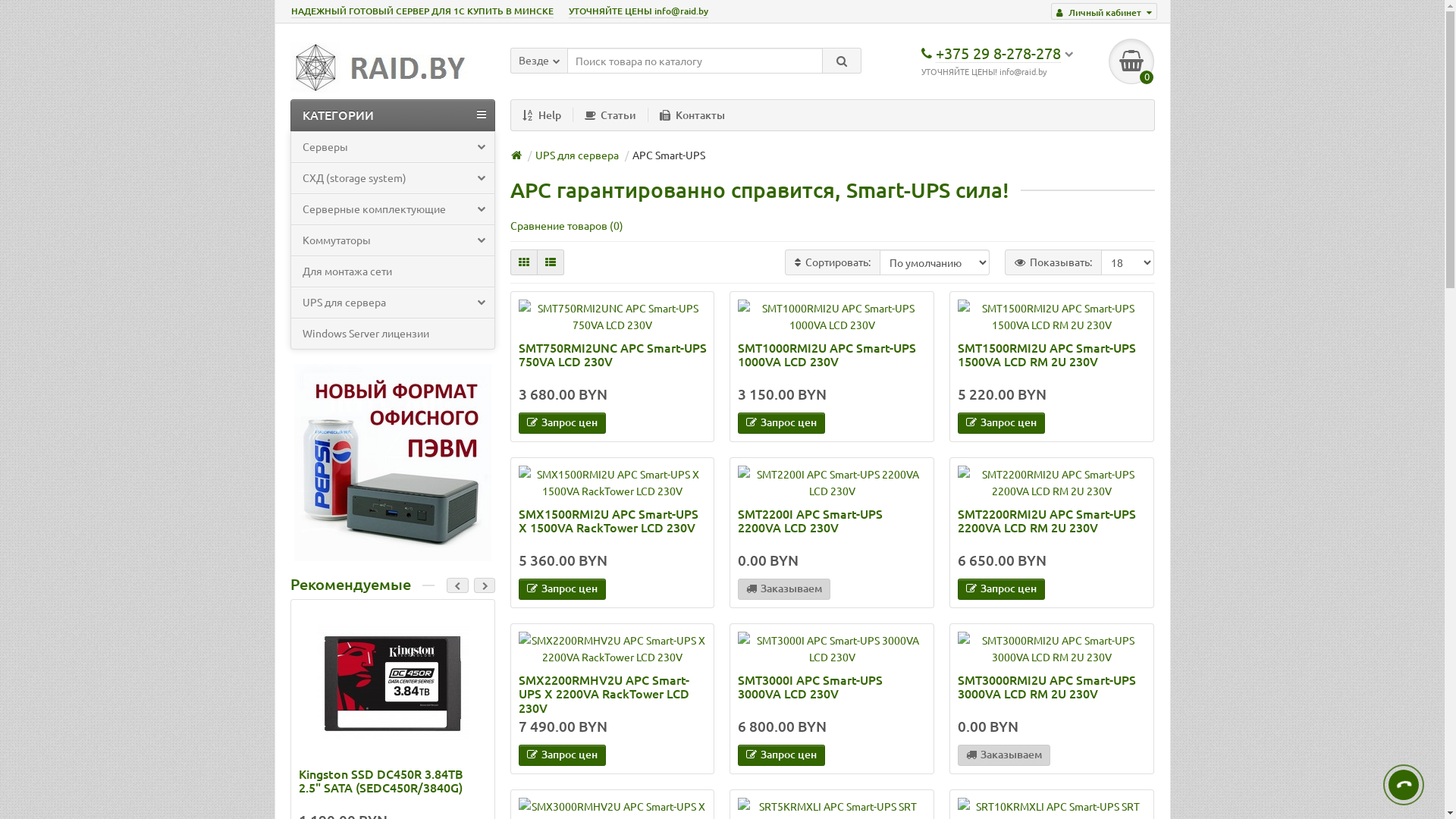 Image resolution: width=1456 pixels, height=819 pixels. I want to click on 'SMX1500RMI2U APC Smart-UPS X 1500VA RackTower LCD 230V', so click(612, 526).